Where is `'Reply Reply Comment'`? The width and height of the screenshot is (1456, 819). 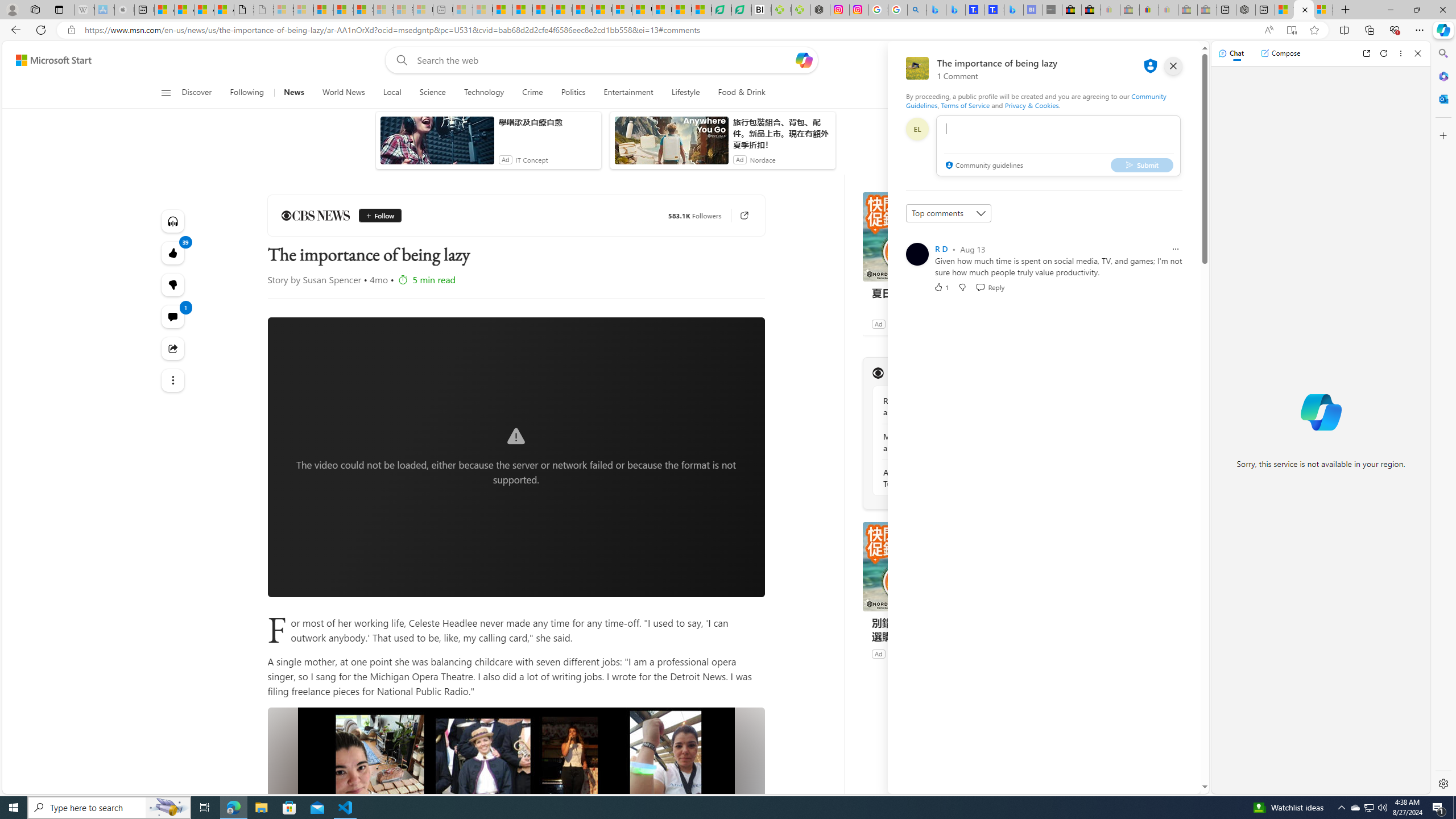
'Reply Reply Comment' is located at coordinates (990, 286).